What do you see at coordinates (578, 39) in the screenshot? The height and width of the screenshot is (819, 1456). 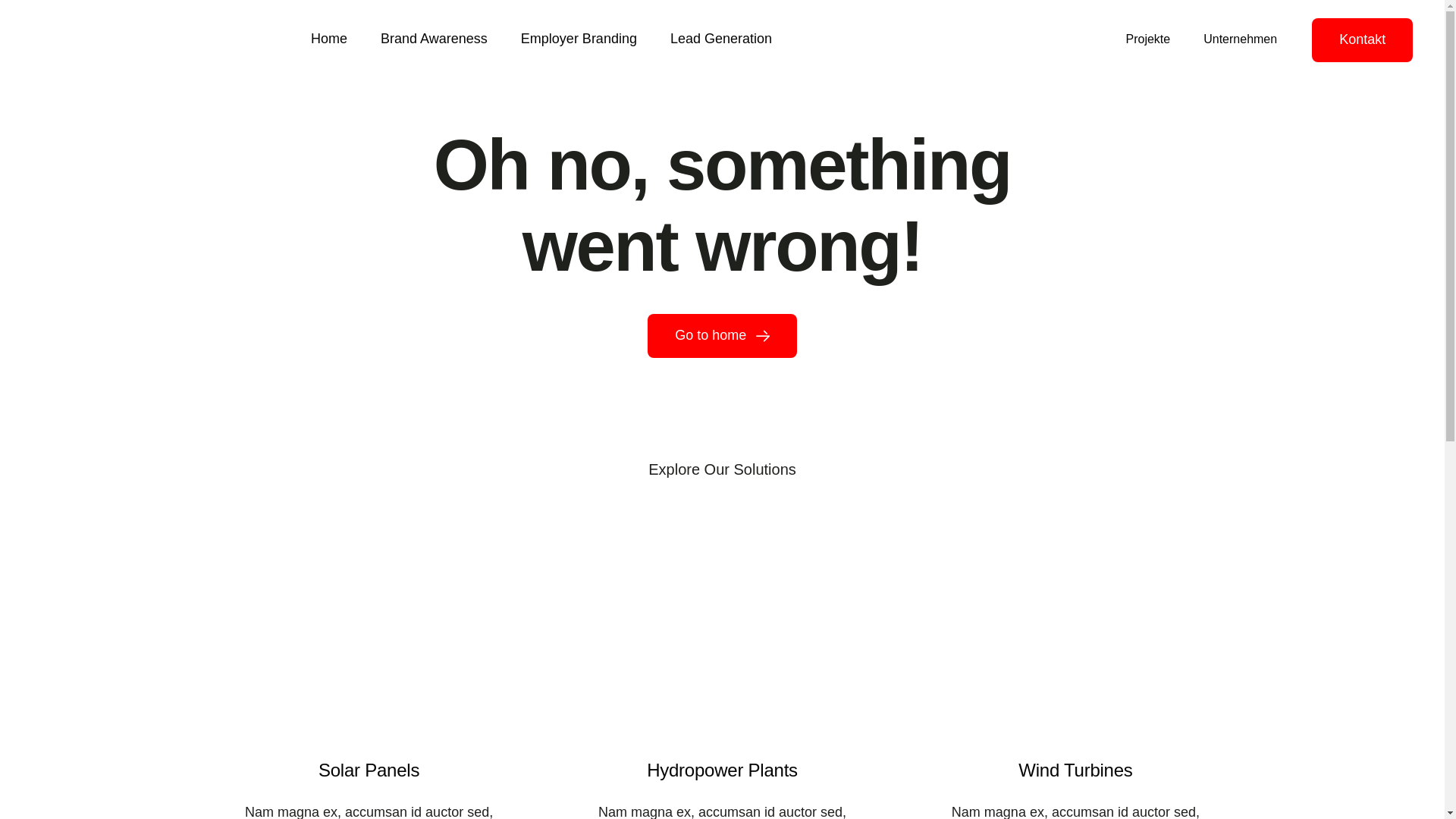 I see `'Employer Branding'` at bounding box center [578, 39].